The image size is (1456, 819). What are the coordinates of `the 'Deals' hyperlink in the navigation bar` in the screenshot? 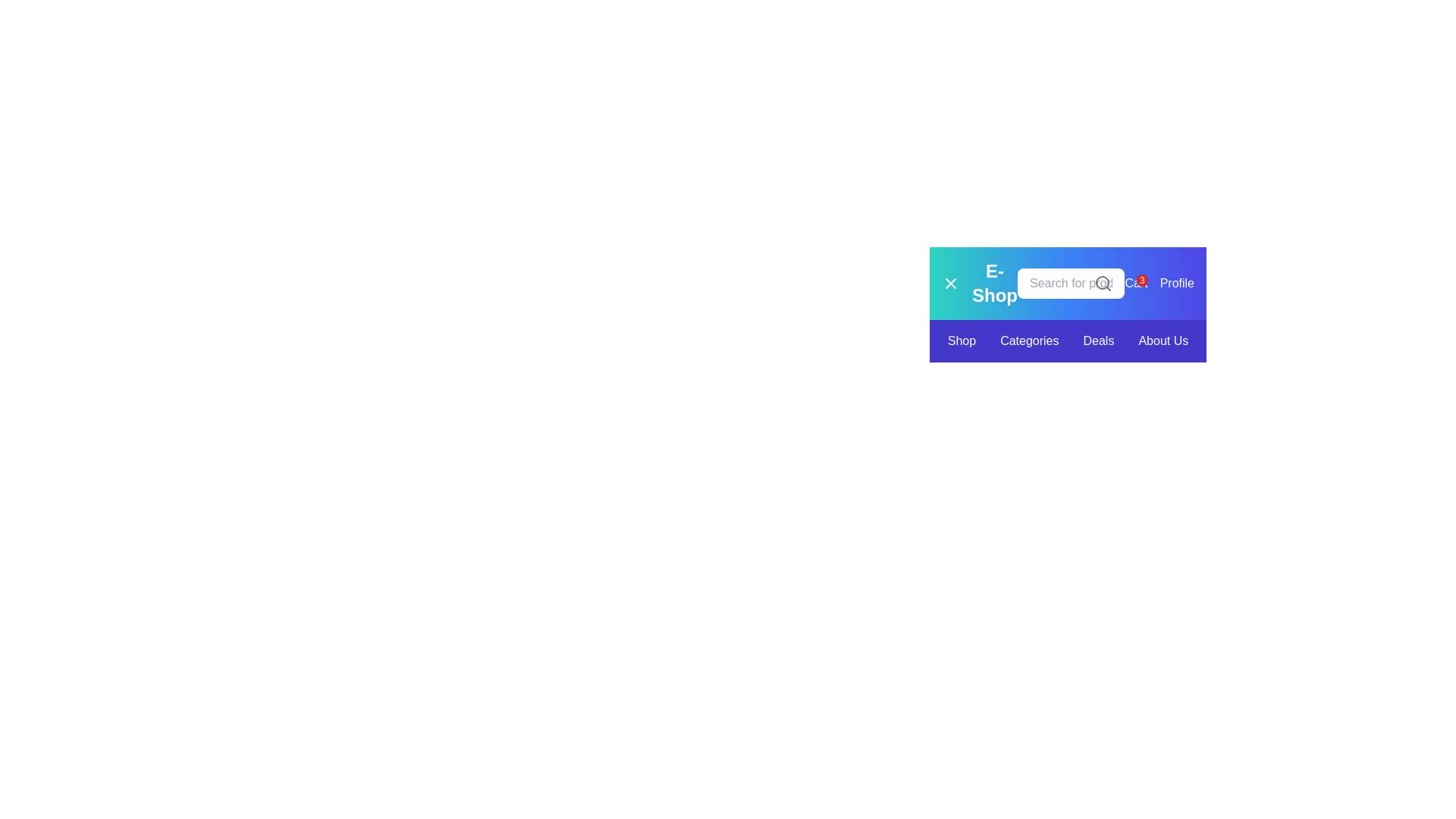 It's located at (1099, 340).